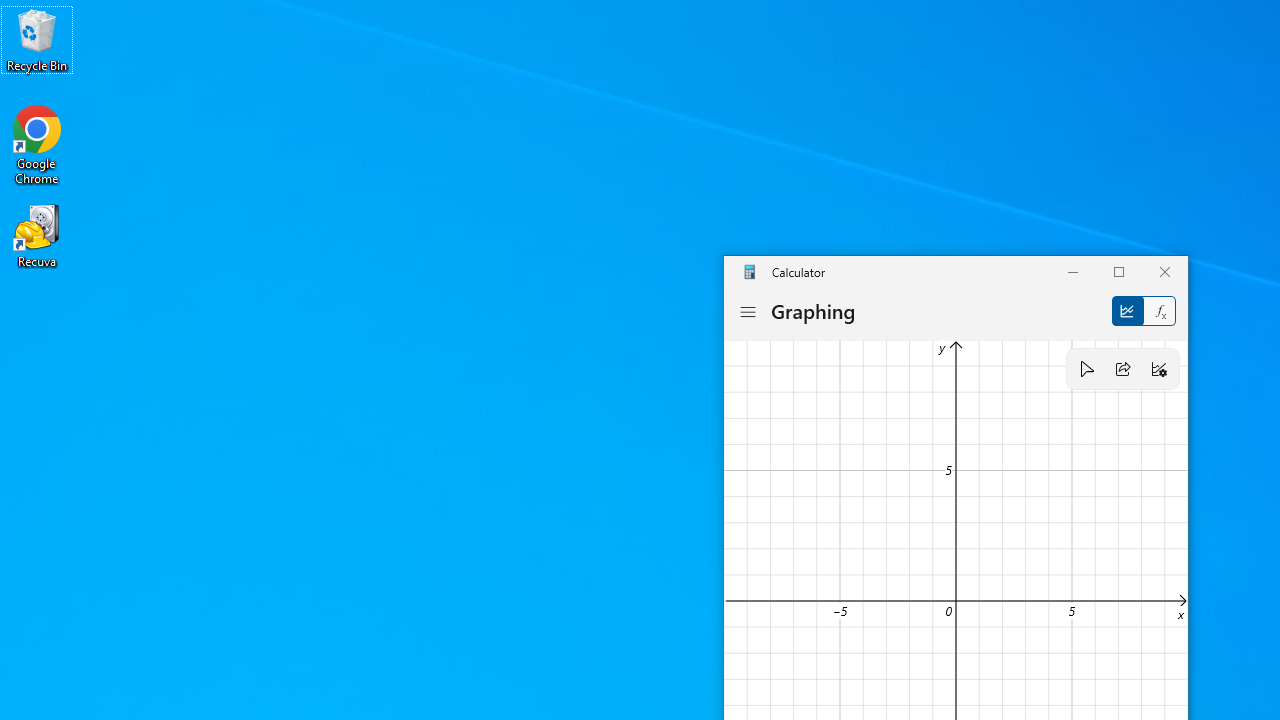  I want to click on 'Recycle Bin', so click(37, 39).